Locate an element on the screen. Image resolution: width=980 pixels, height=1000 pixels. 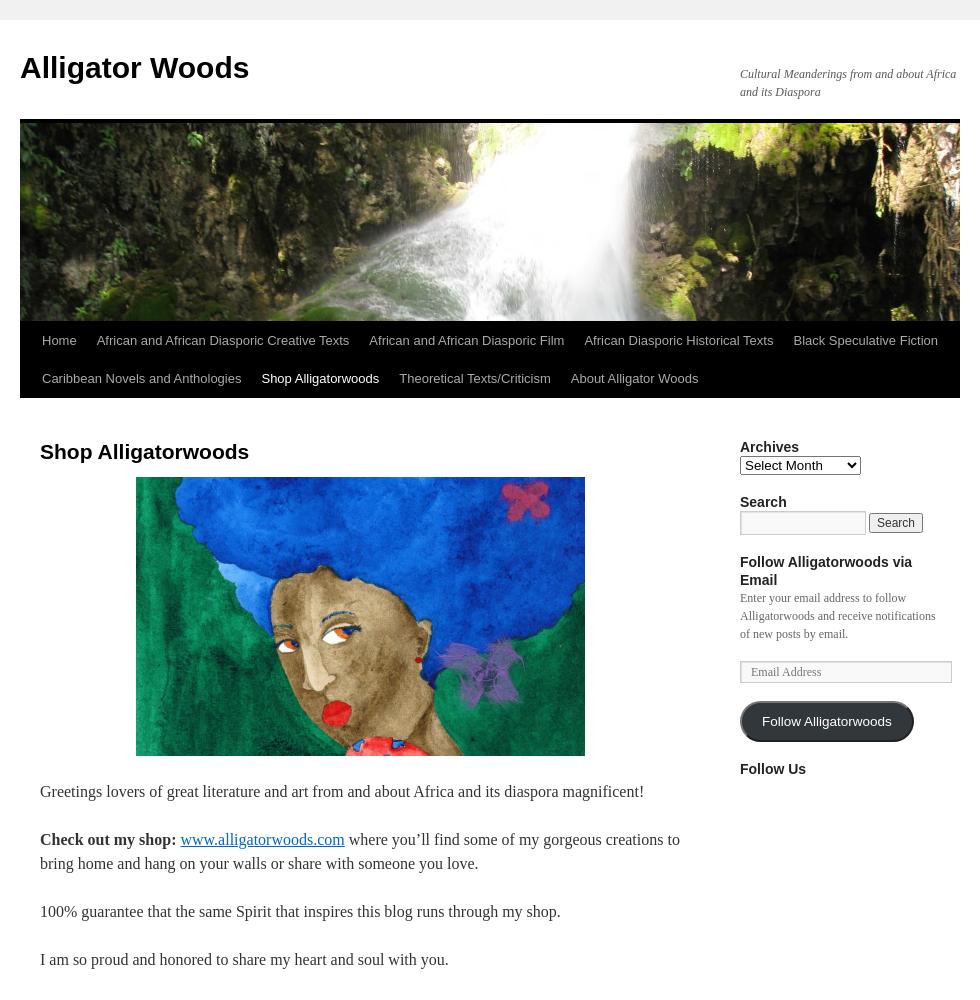
'www.alligatorwoods.com' is located at coordinates (261, 838).